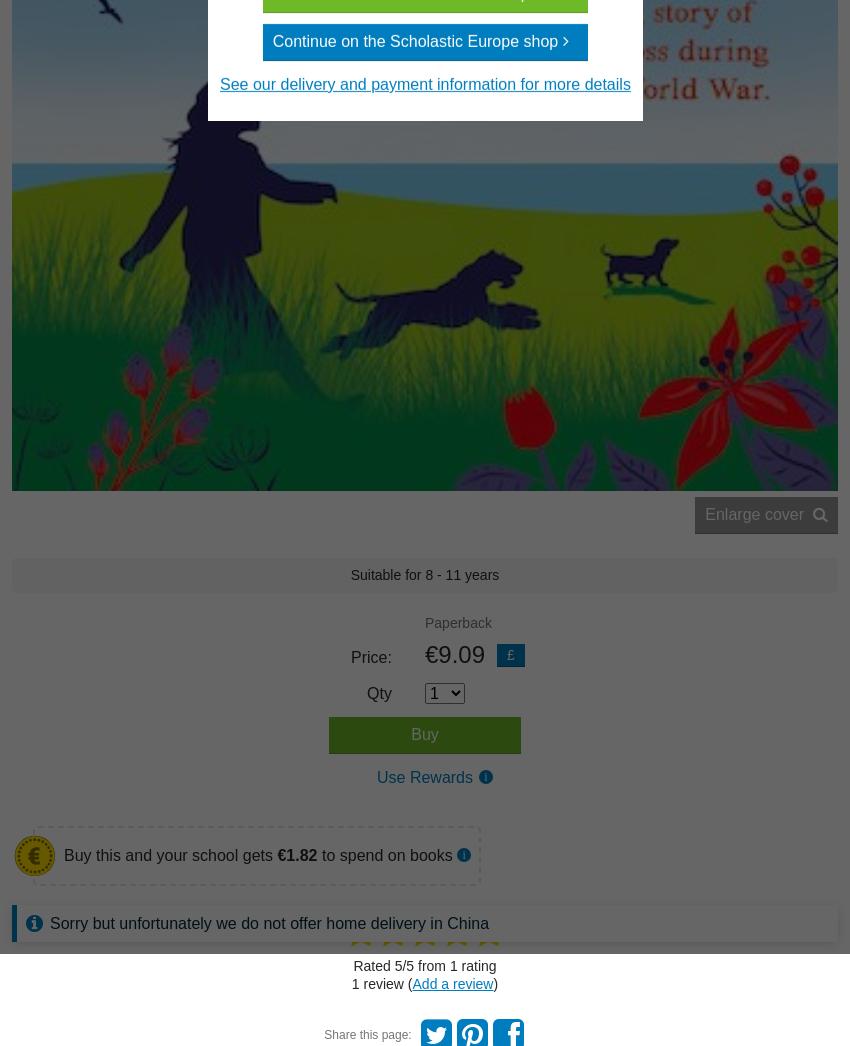 The image size is (850, 1046). What do you see at coordinates (424, 733) in the screenshot?
I see `'Buy'` at bounding box center [424, 733].